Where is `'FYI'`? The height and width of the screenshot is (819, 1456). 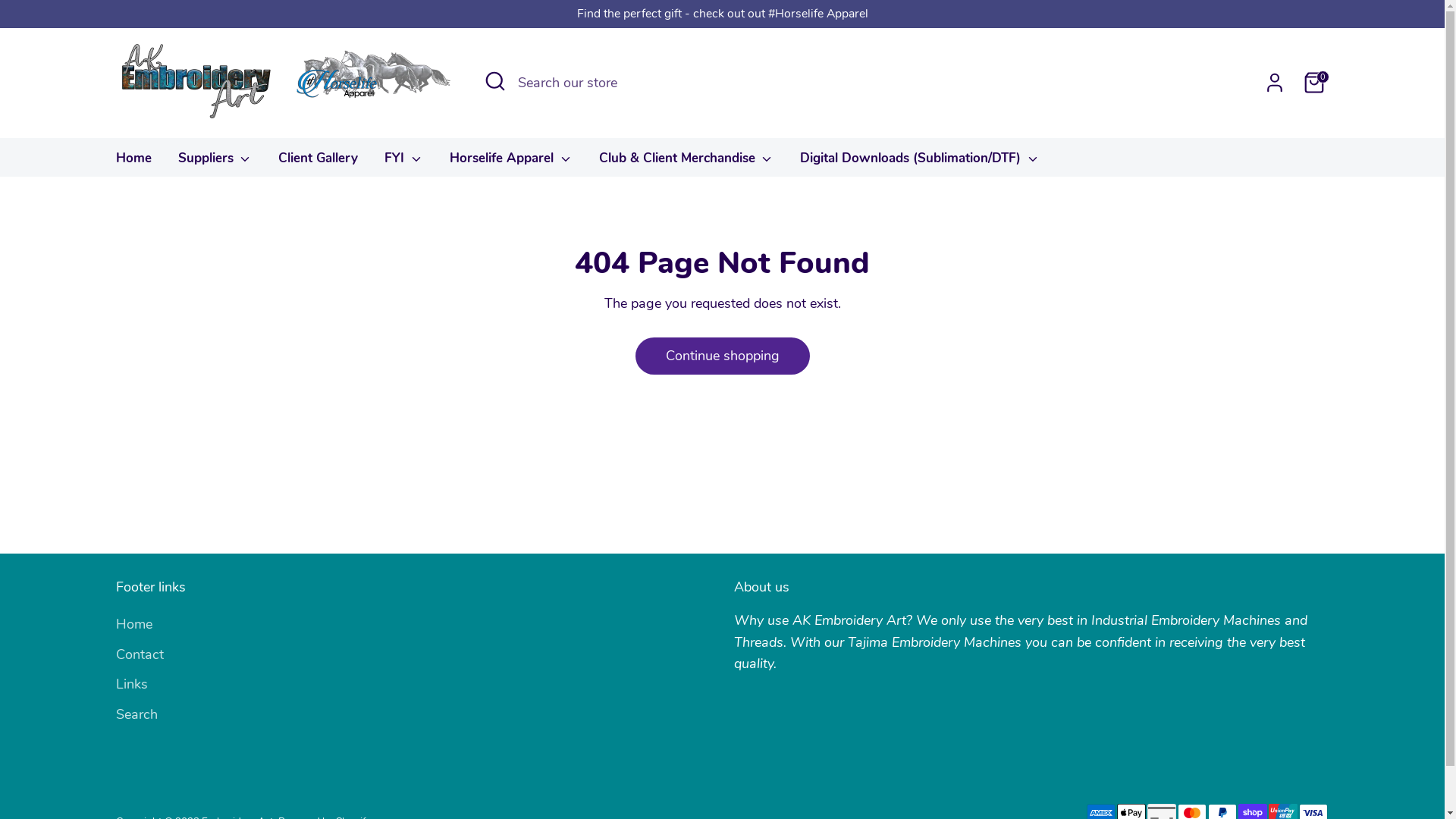 'FYI' is located at coordinates (403, 163).